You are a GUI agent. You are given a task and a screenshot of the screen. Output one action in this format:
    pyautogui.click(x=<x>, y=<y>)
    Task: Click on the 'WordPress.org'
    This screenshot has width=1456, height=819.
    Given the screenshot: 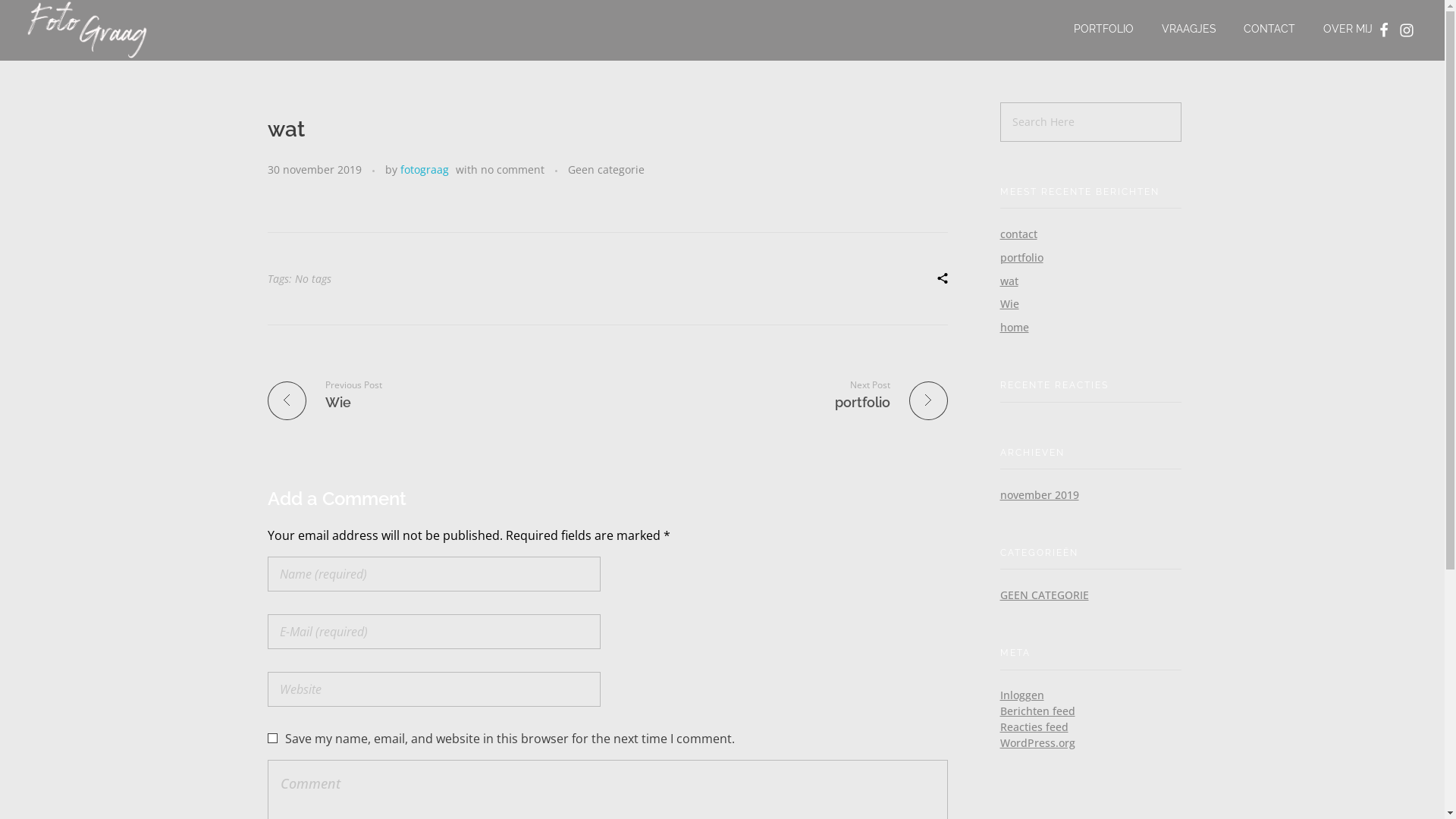 What is the action you would take?
    pyautogui.click(x=1036, y=742)
    